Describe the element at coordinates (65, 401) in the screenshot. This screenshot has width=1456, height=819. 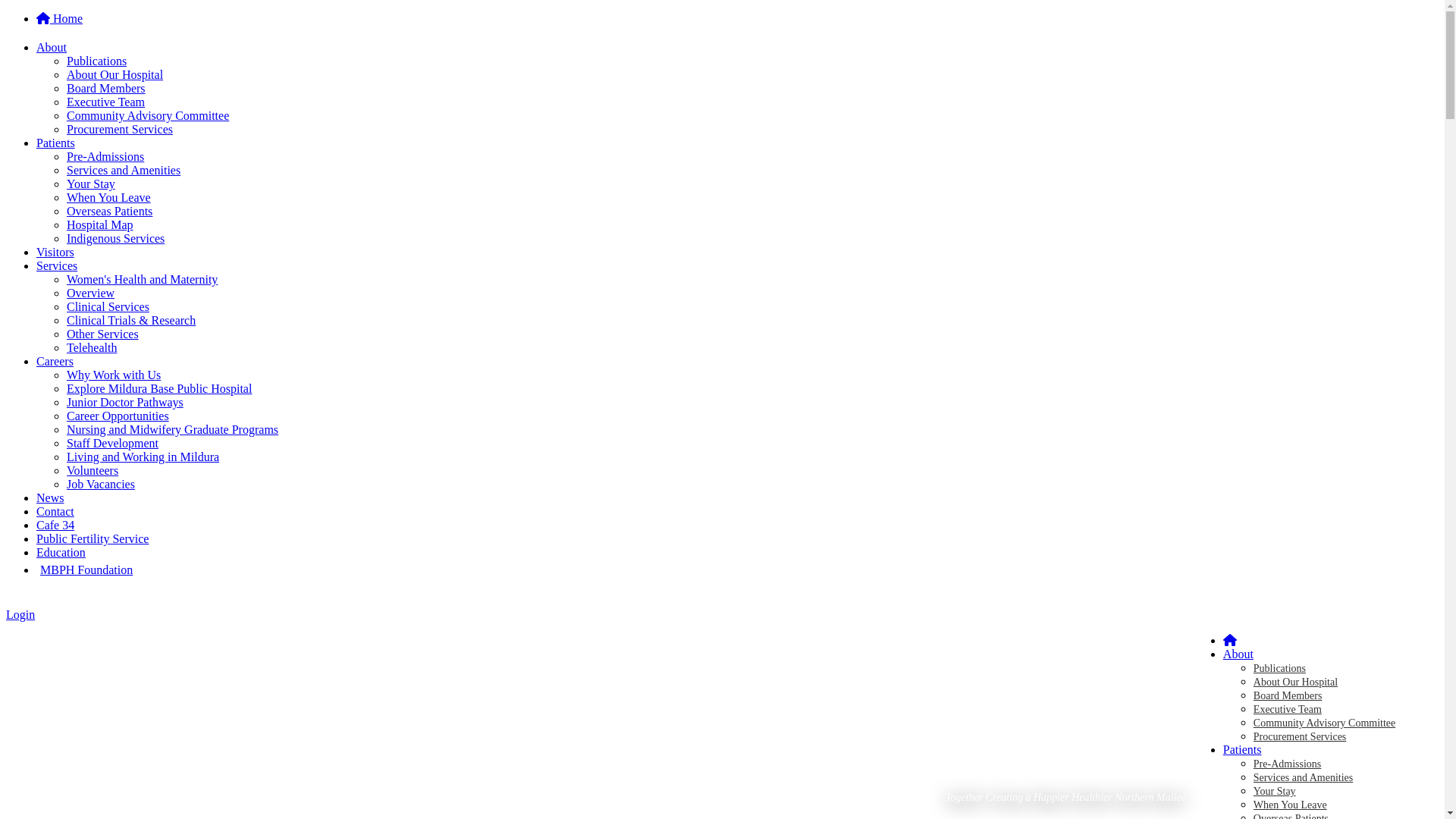
I see `'Junior Doctor Pathways'` at that location.